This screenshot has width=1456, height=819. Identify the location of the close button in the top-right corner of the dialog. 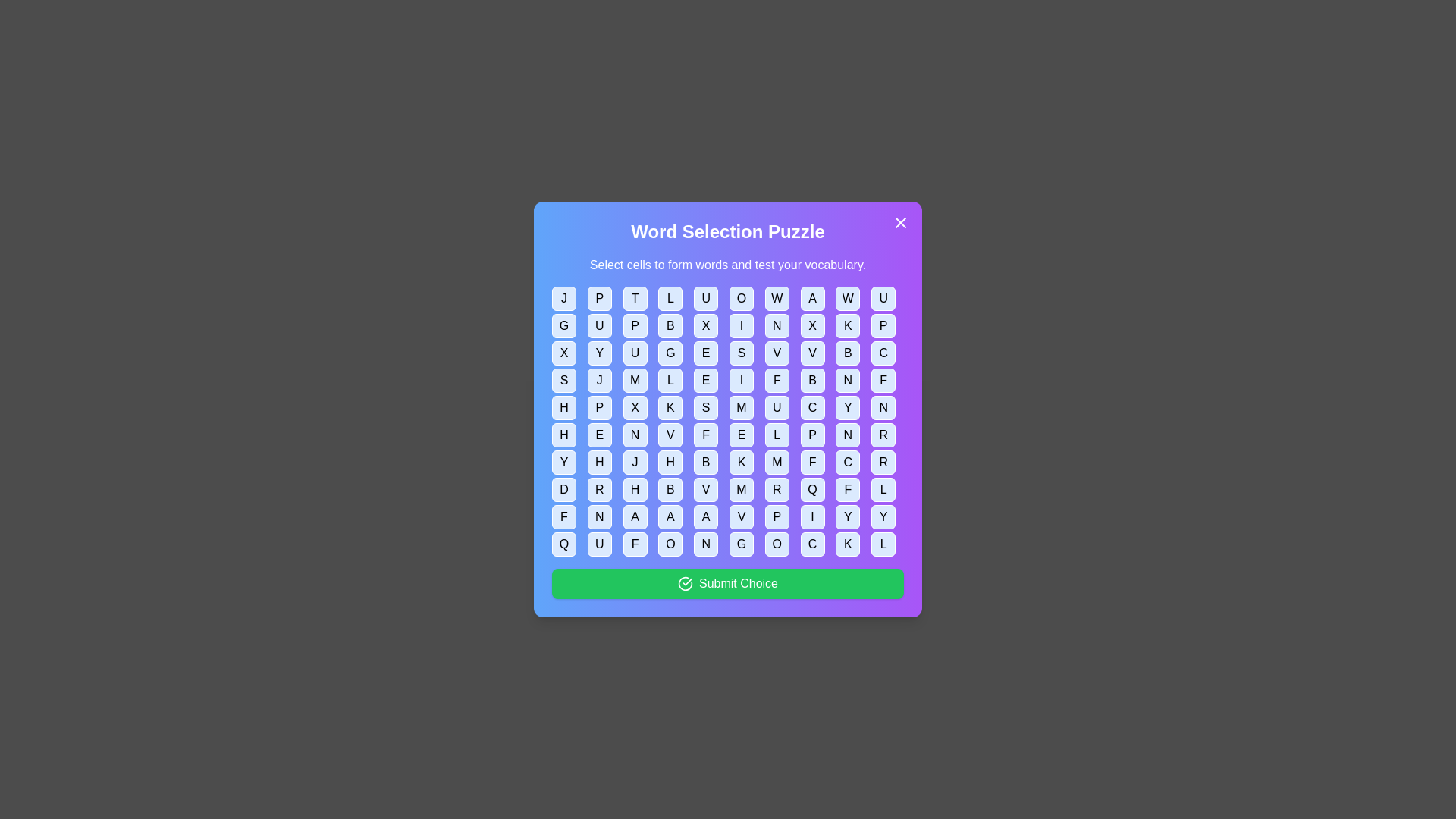
(901, 222).